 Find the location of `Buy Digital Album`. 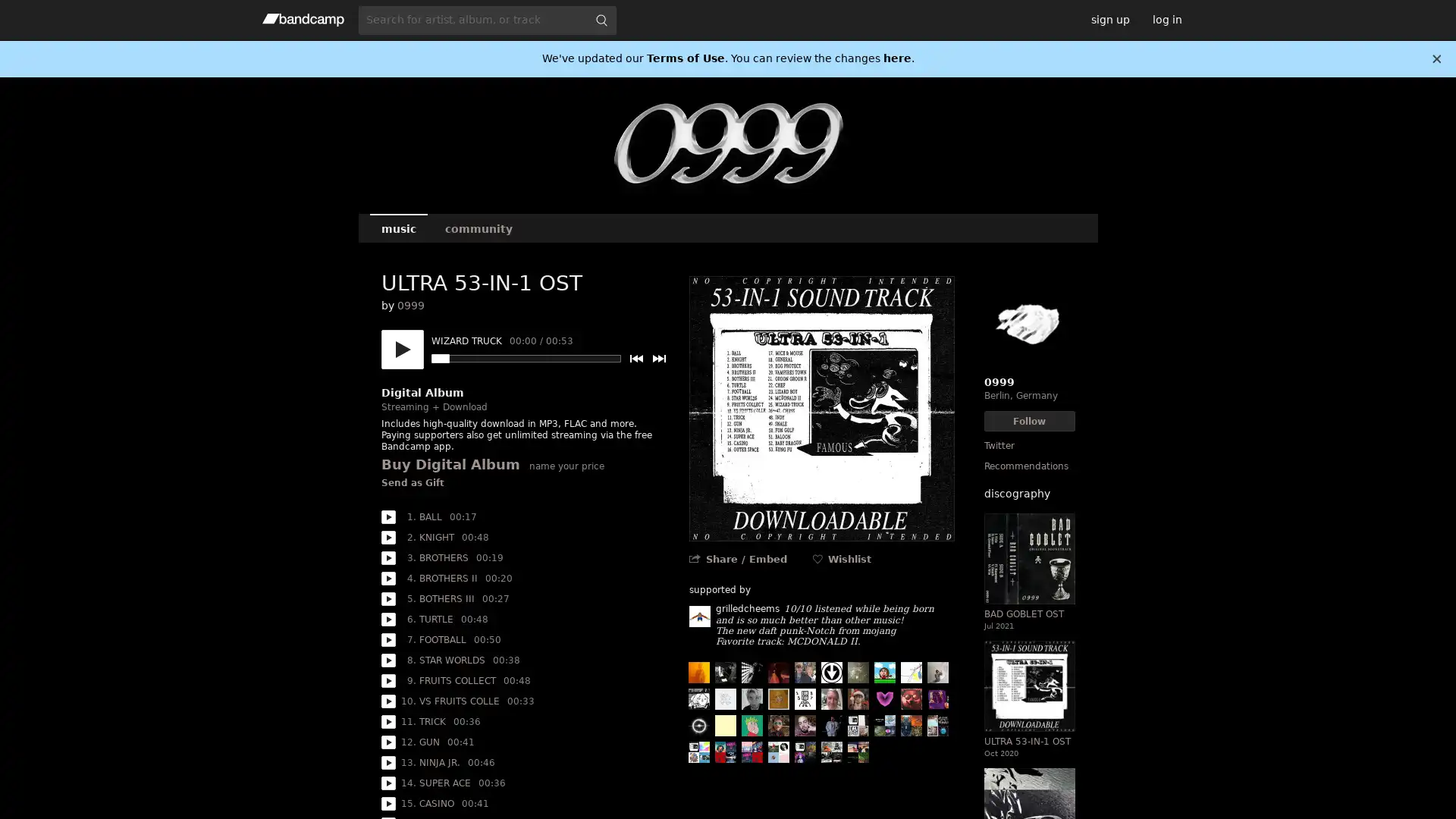

Buy Digital Album is located at coordinates (449, 464).